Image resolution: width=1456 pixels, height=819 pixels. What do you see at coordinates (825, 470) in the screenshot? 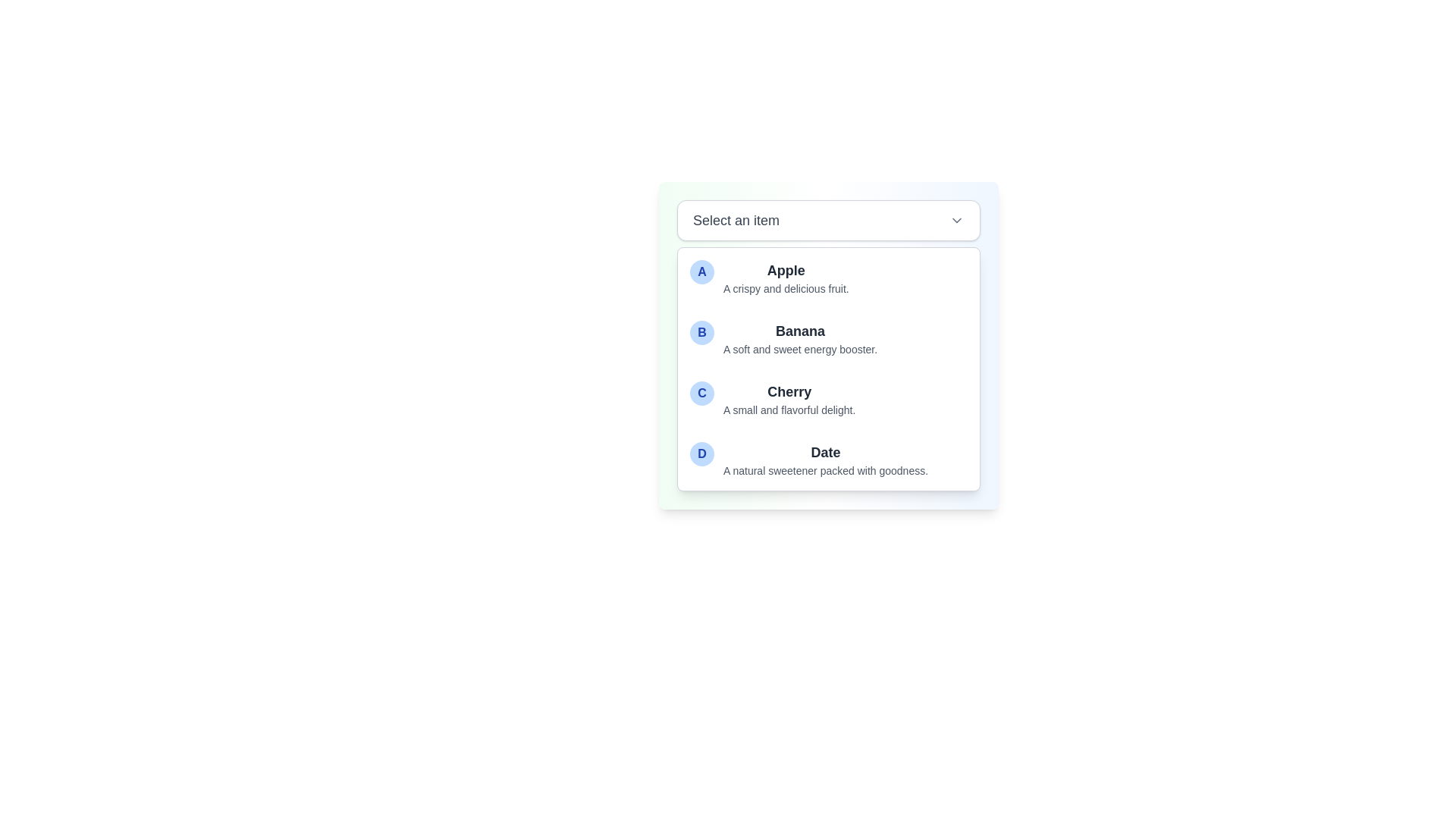
I see `text label displaying 'A natural sweetener packed with goodness.' located below the bold heading 'Date' in the dropdown interface` at bounding box center [825, 470].